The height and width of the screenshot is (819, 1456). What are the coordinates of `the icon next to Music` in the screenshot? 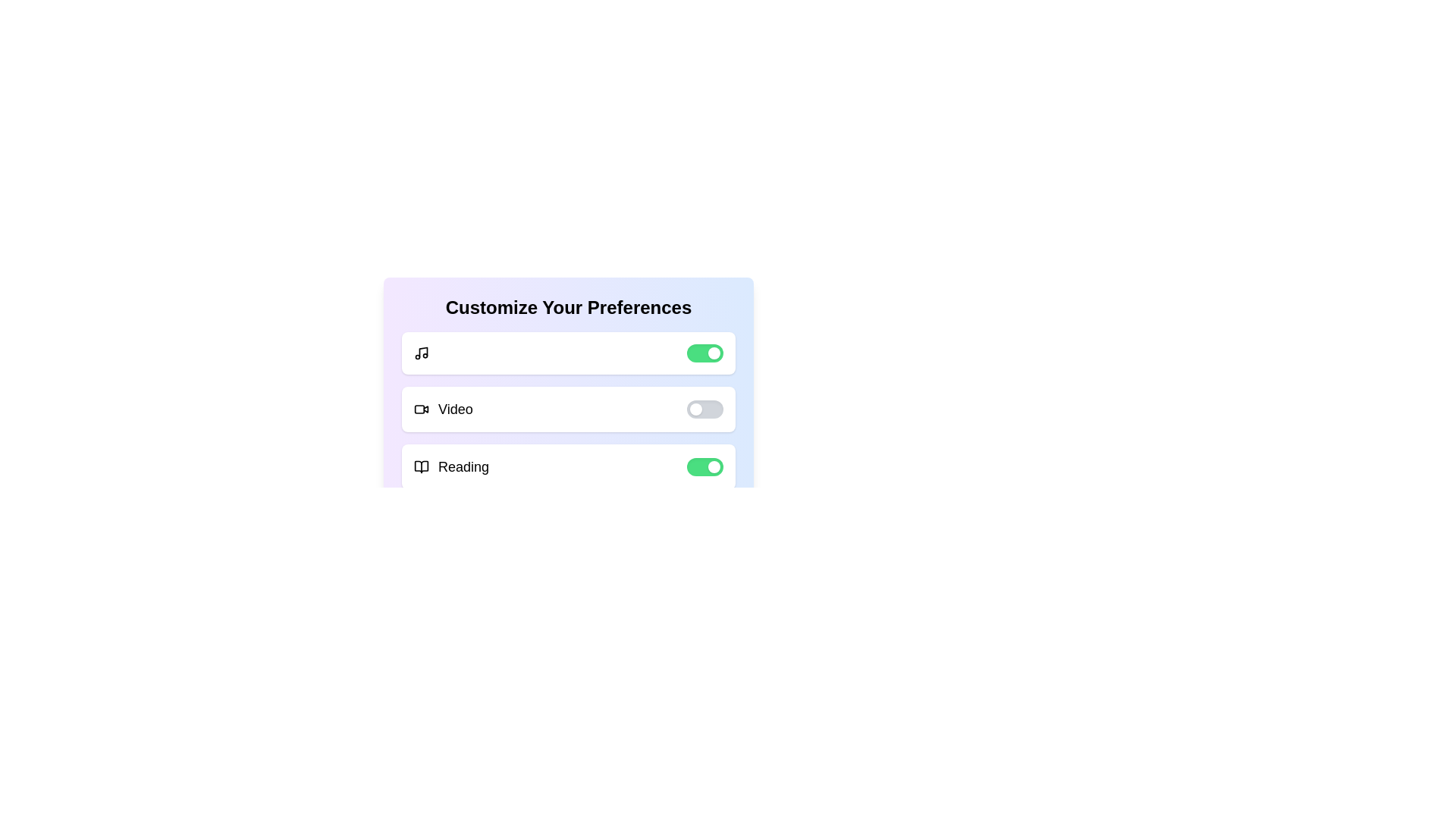 It's located at (422, 353).